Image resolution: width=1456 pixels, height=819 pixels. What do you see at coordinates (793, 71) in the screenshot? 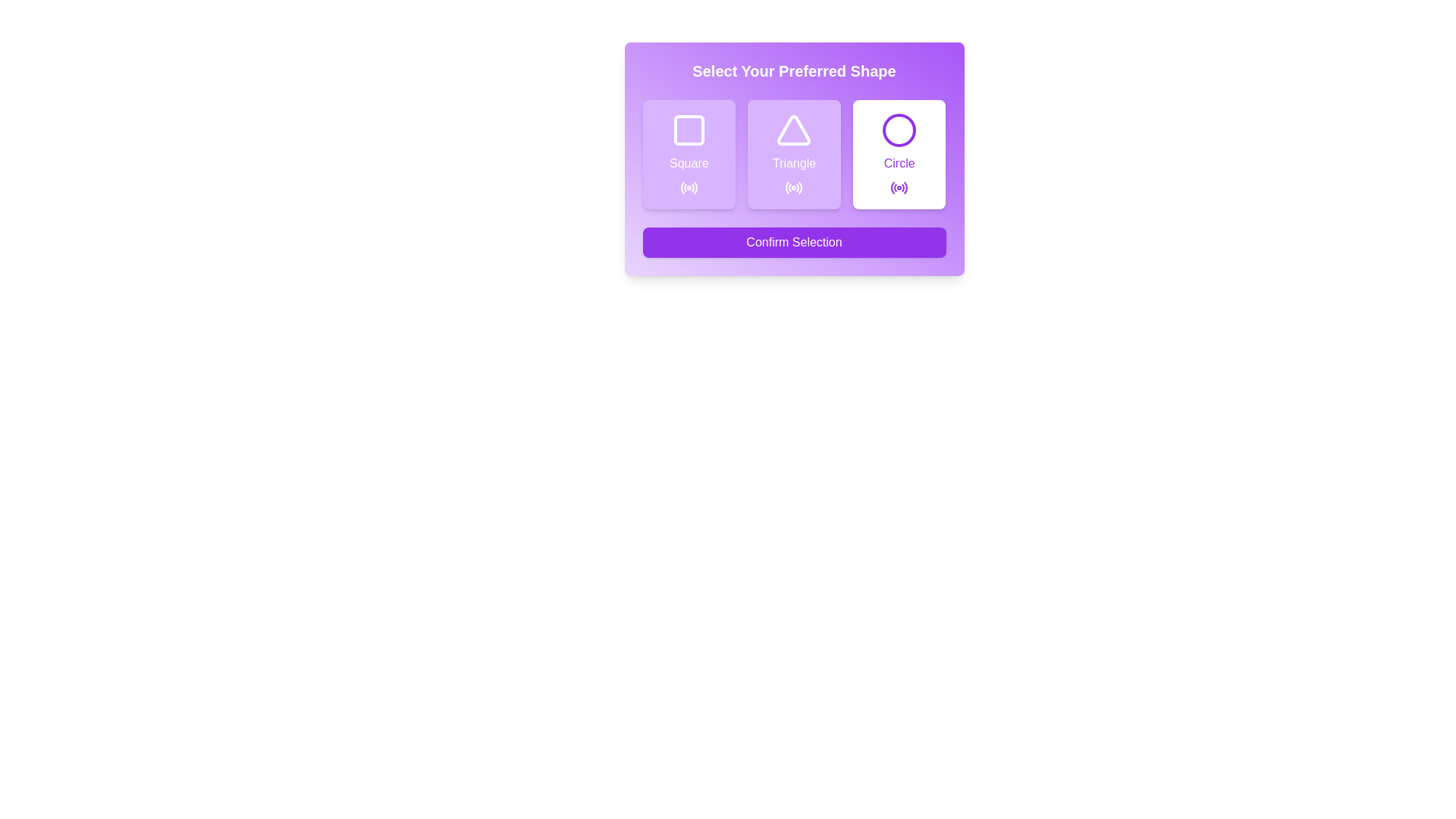
I see `the Text Label serving as a title above the grid layout for shape options, guiding the user in their selection` at bounding box center [793, 71].